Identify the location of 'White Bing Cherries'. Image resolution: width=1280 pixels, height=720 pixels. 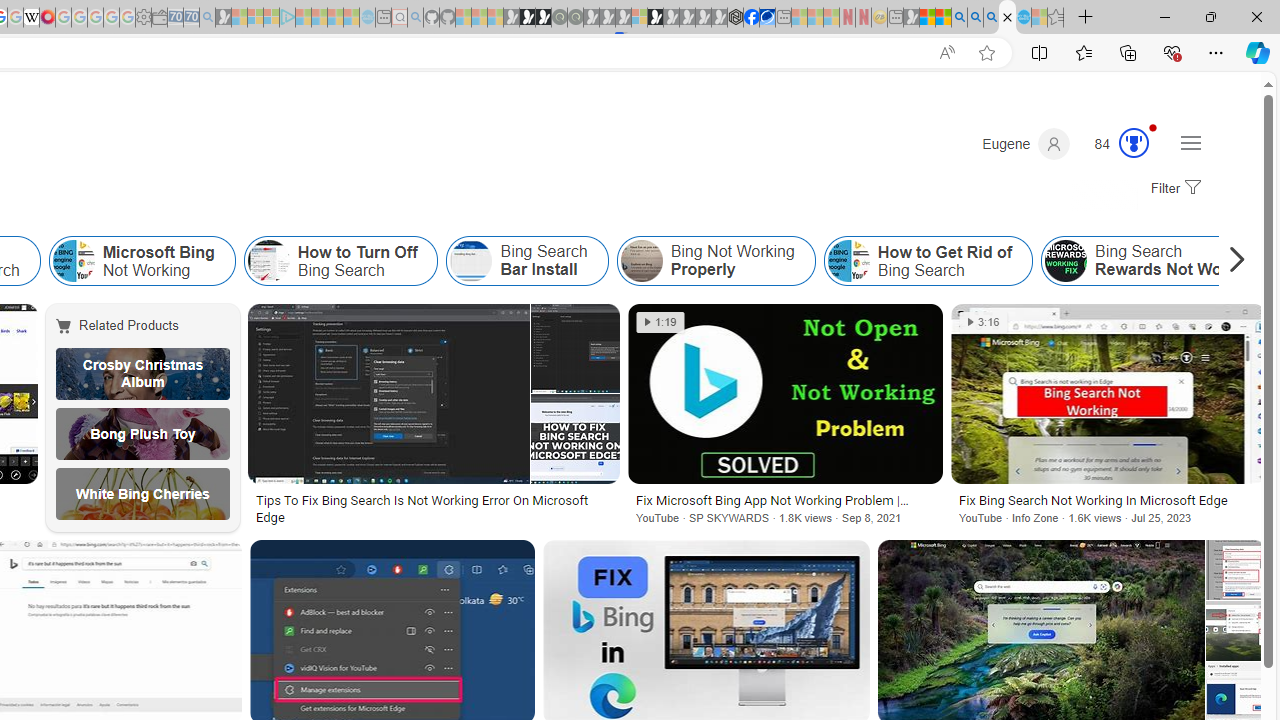
(142, 493).